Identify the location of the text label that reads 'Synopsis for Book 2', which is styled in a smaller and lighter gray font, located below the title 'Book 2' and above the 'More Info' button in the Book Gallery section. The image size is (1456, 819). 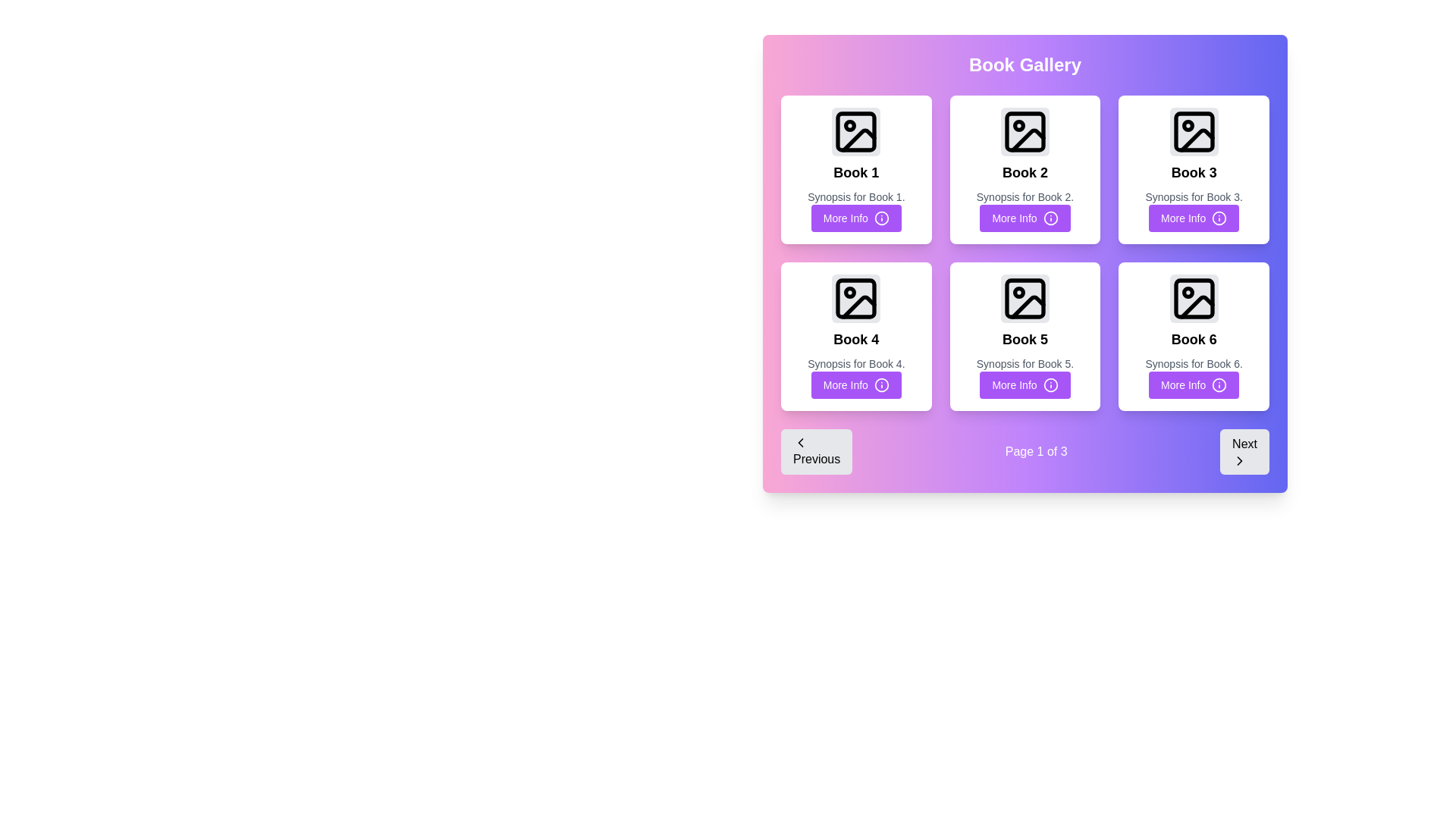
(1025, 196).